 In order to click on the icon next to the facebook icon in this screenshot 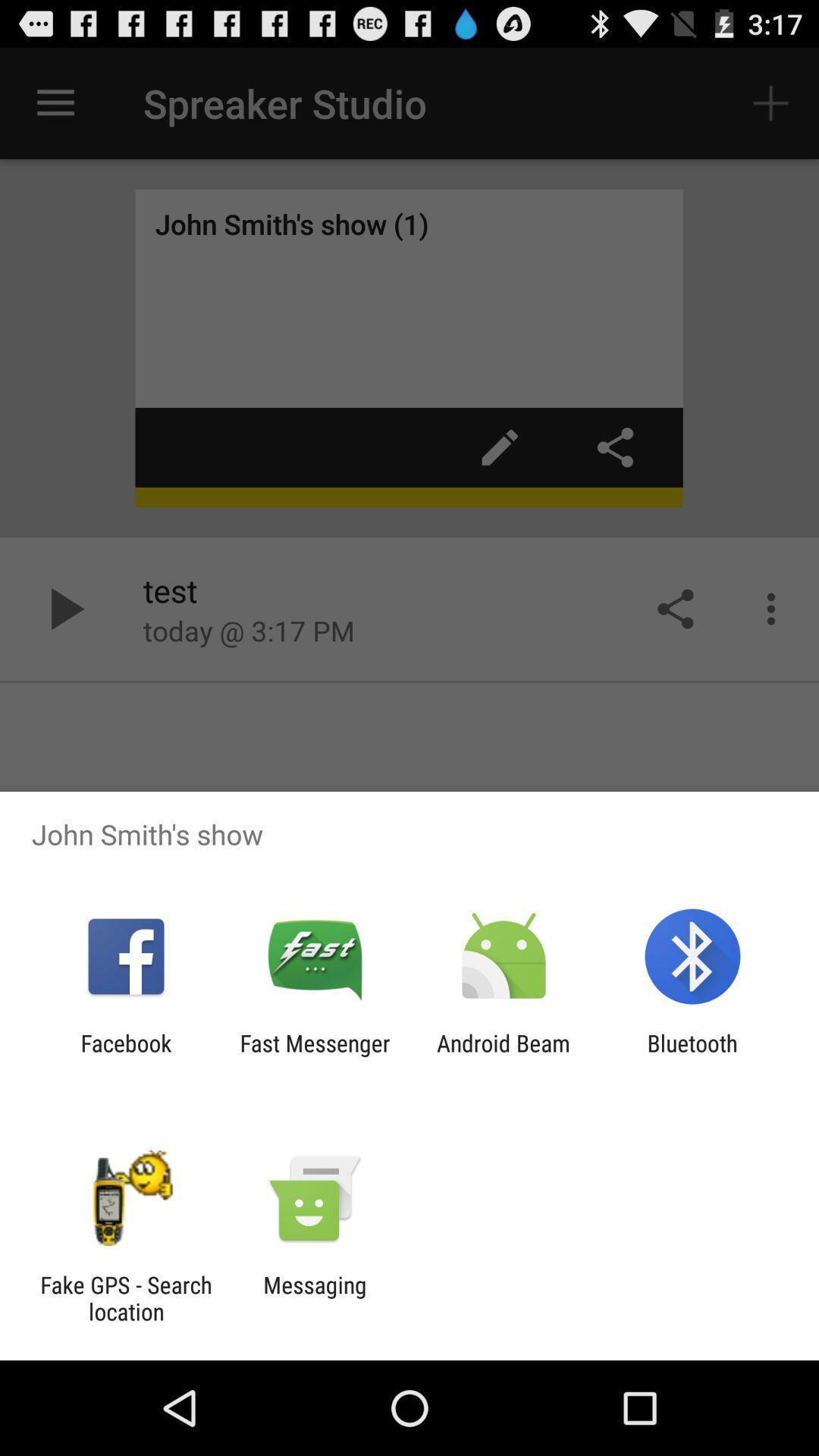, I will do `click(314, 1056)`.